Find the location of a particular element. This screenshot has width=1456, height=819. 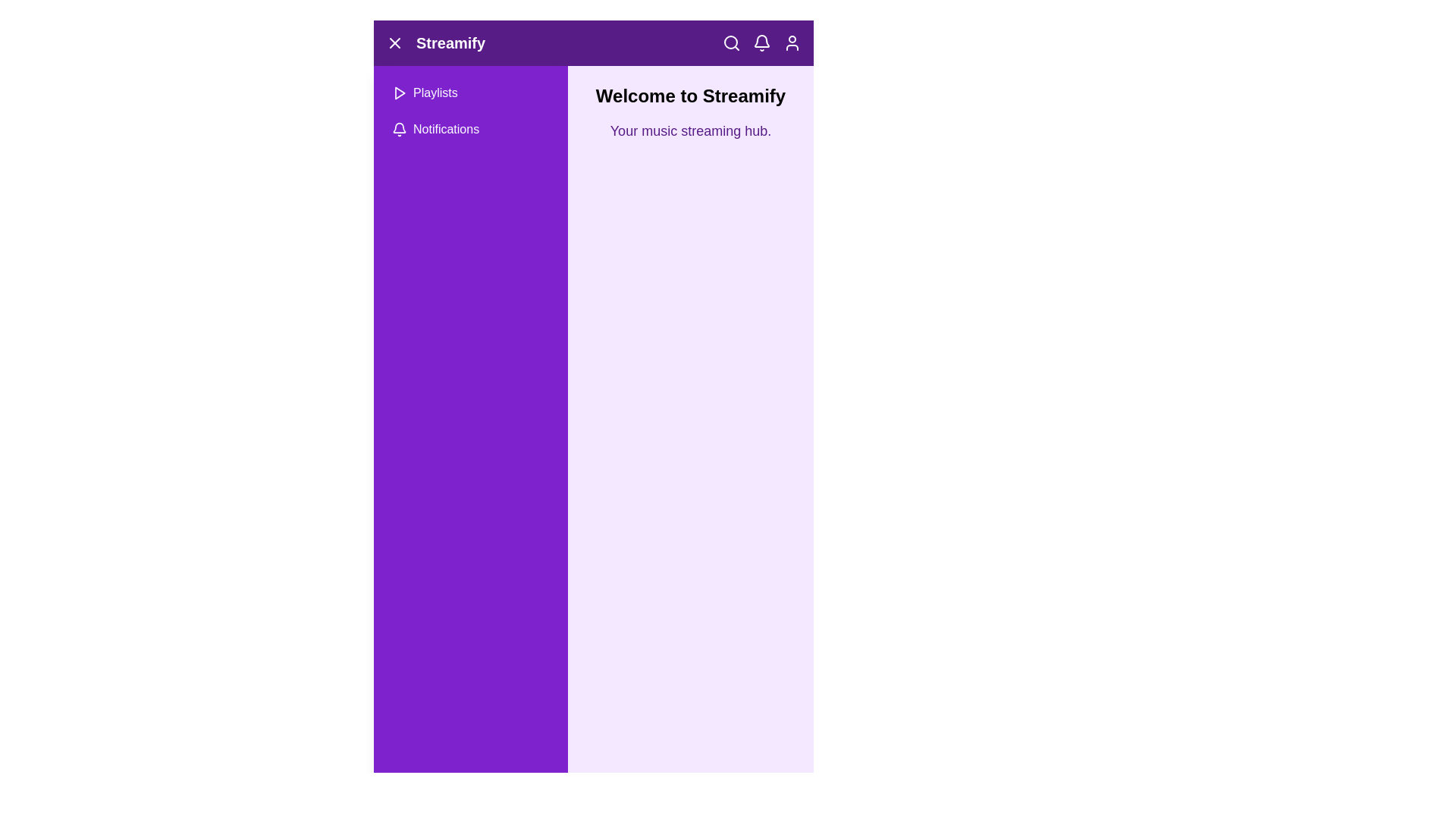

text of the 'Streamify' label, which is displayed in bold and located centrally within the purple header bar is located at coordinates (435, 42).